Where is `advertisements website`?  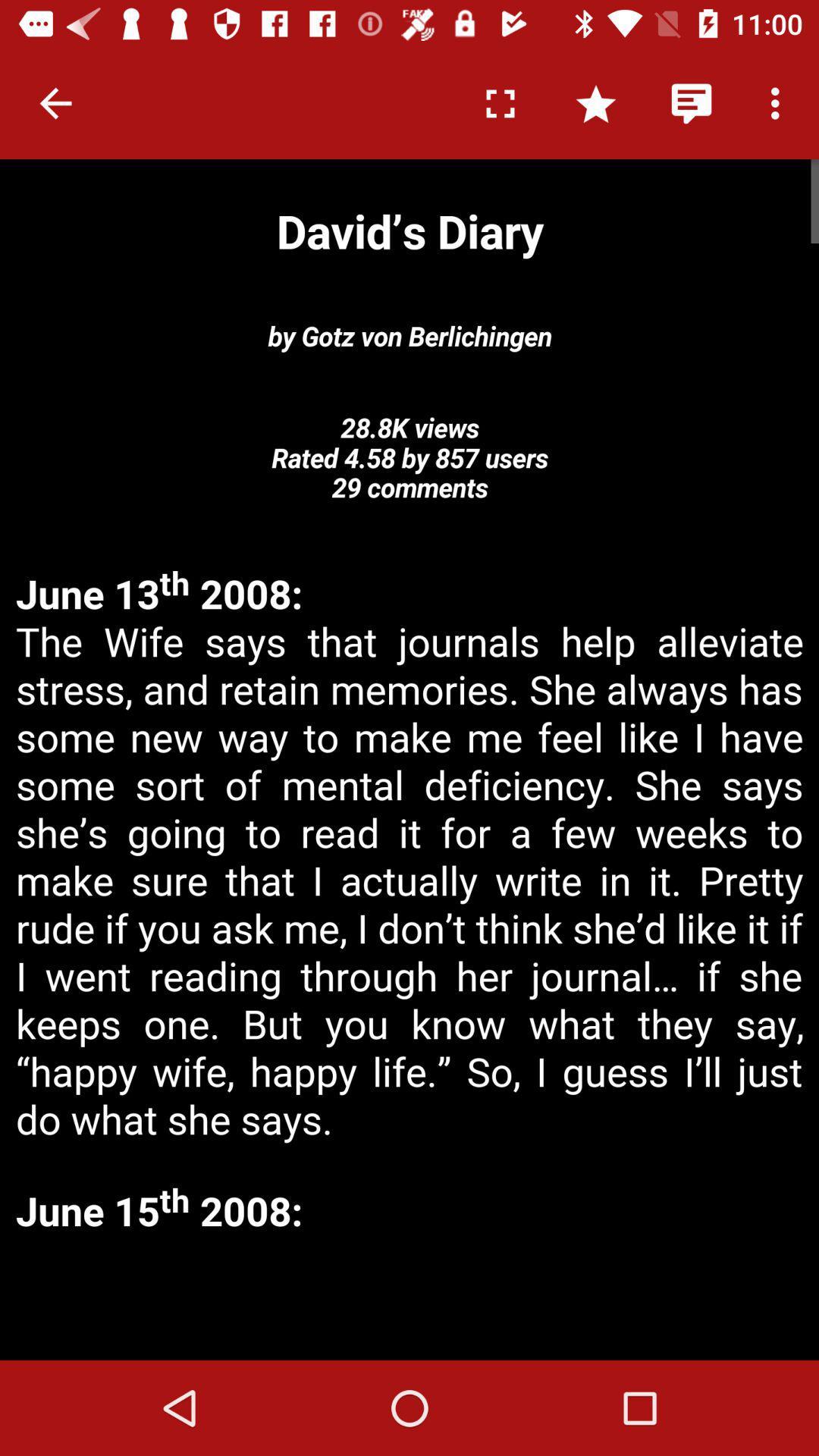 advertisements website is located at coordinates (409, 1299).